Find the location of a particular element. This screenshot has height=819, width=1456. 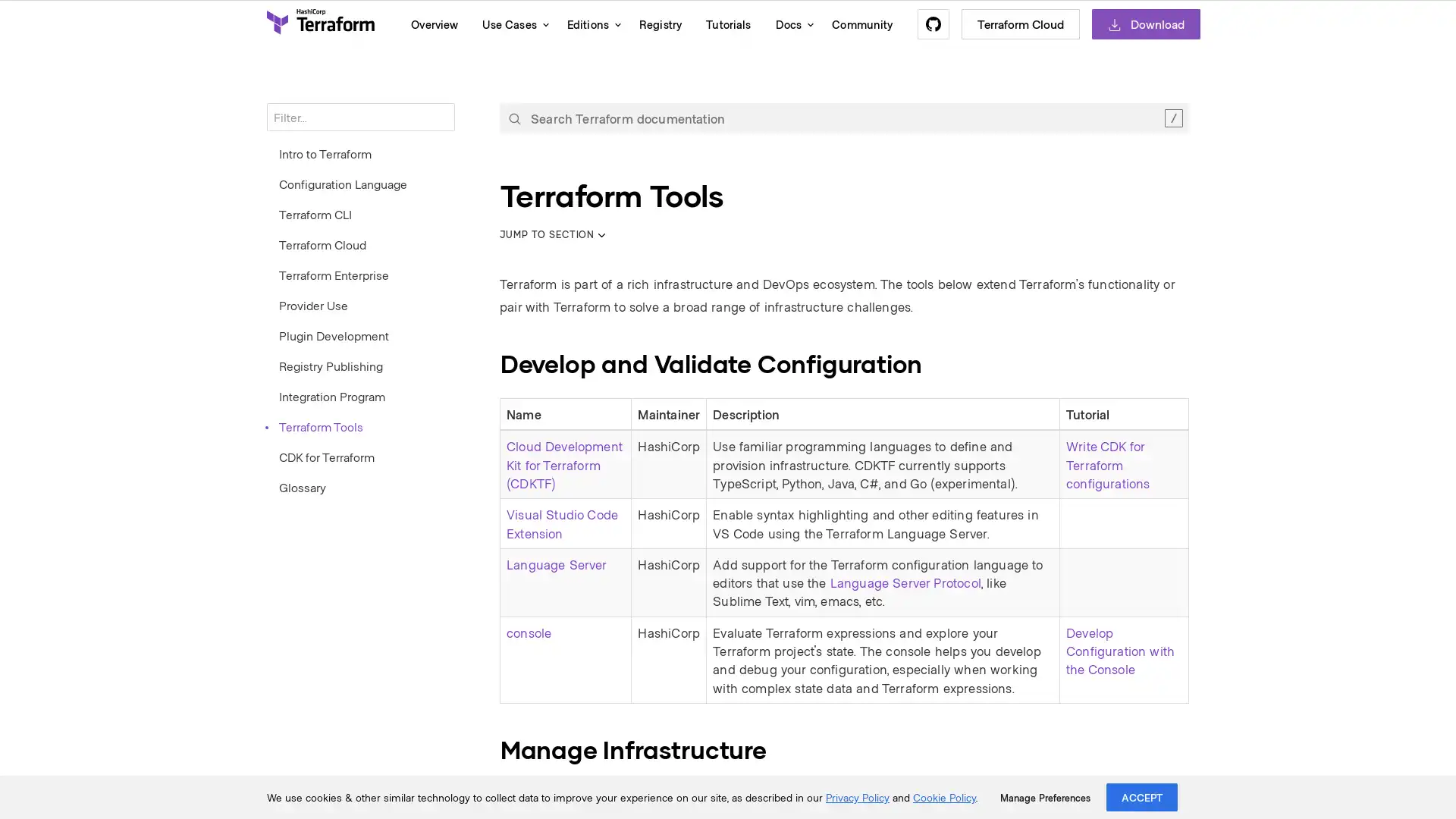

Use Cases is located at coordinates (512, 24).